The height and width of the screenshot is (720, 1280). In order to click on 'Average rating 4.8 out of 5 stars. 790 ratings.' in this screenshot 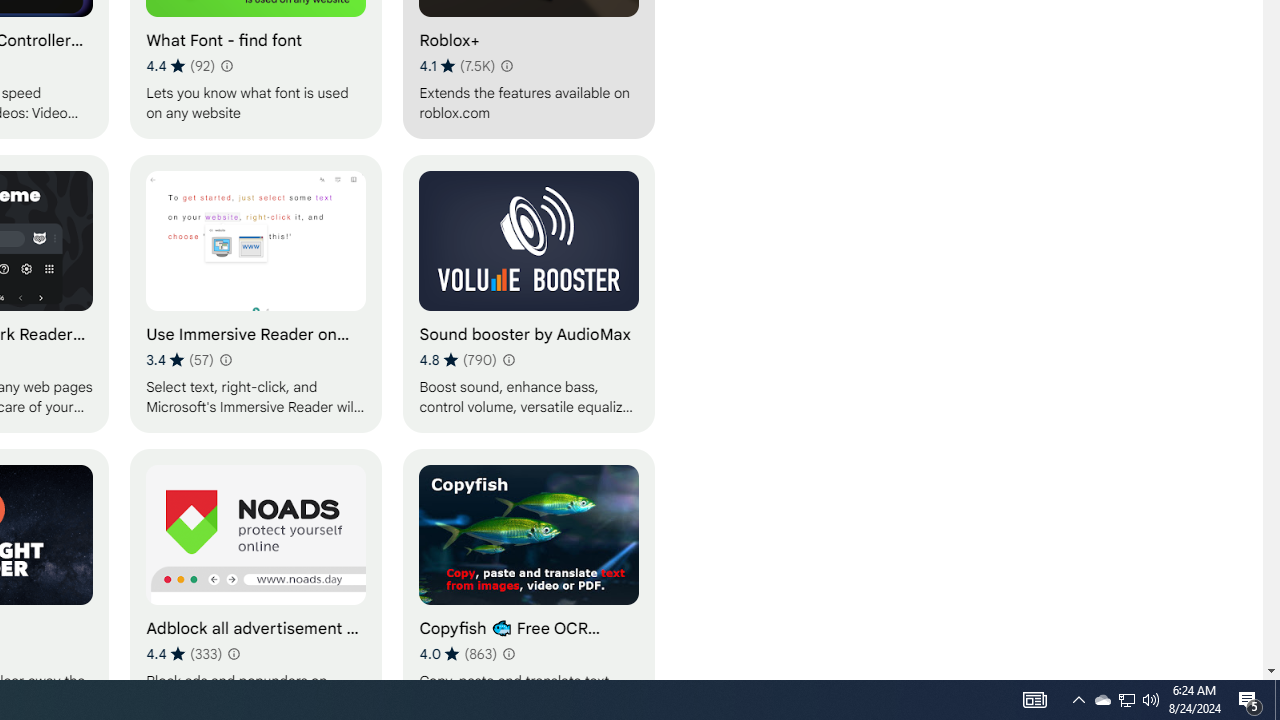, I will do `click(457, 360)`.